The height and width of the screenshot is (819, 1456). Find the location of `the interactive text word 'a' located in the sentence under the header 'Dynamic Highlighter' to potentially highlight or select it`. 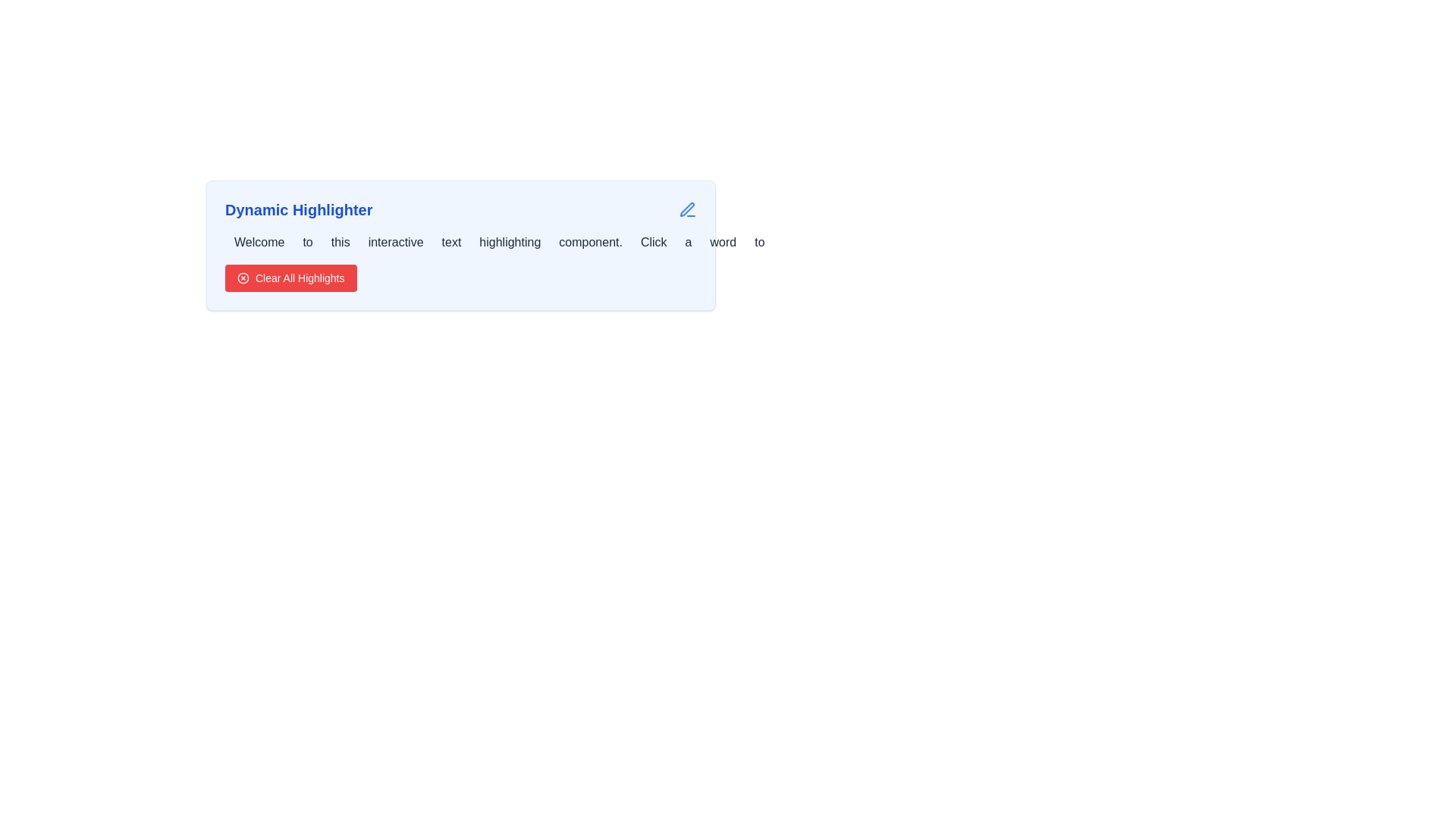

the interactive text word 'a' located in the sentence under the header 'Dynamic Highlighter' to potentially highlight or select it is located at coordinates (687, 241).